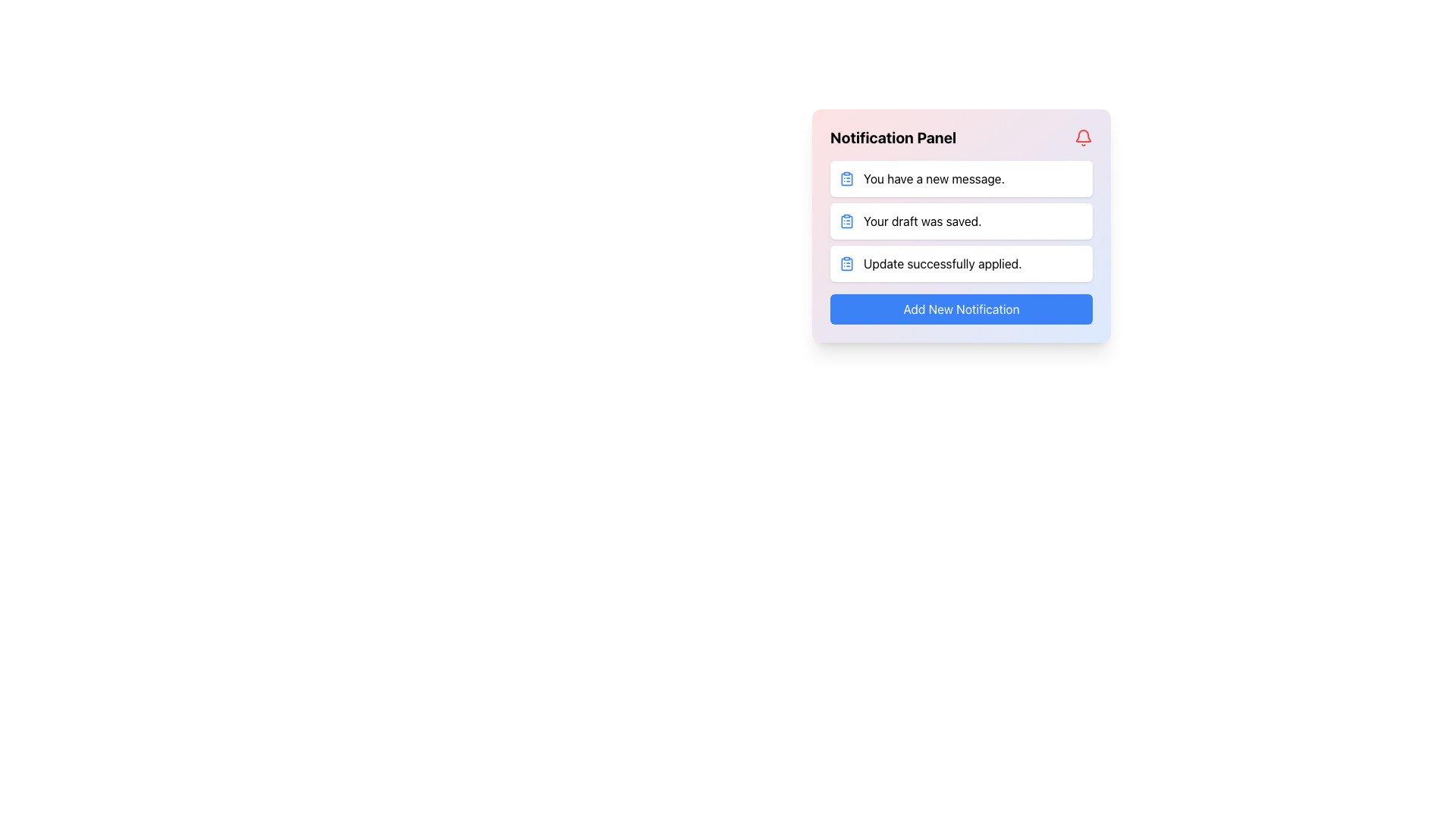 The width and height of the screenshot is (1456, 819). What do you see at coordinates (942, 262) in the screenshot?
I see `the third notification message in the Notification Panel, which informs the user about the successful application of an update` at bounding box center [942, 262].